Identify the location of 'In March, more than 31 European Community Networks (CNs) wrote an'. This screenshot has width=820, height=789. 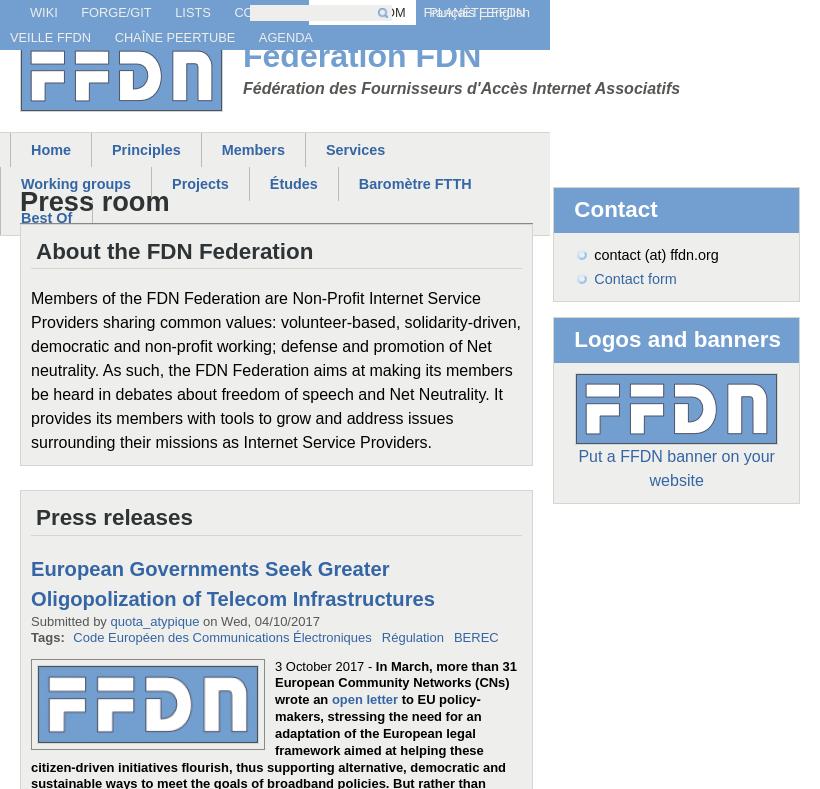
(395, 681).